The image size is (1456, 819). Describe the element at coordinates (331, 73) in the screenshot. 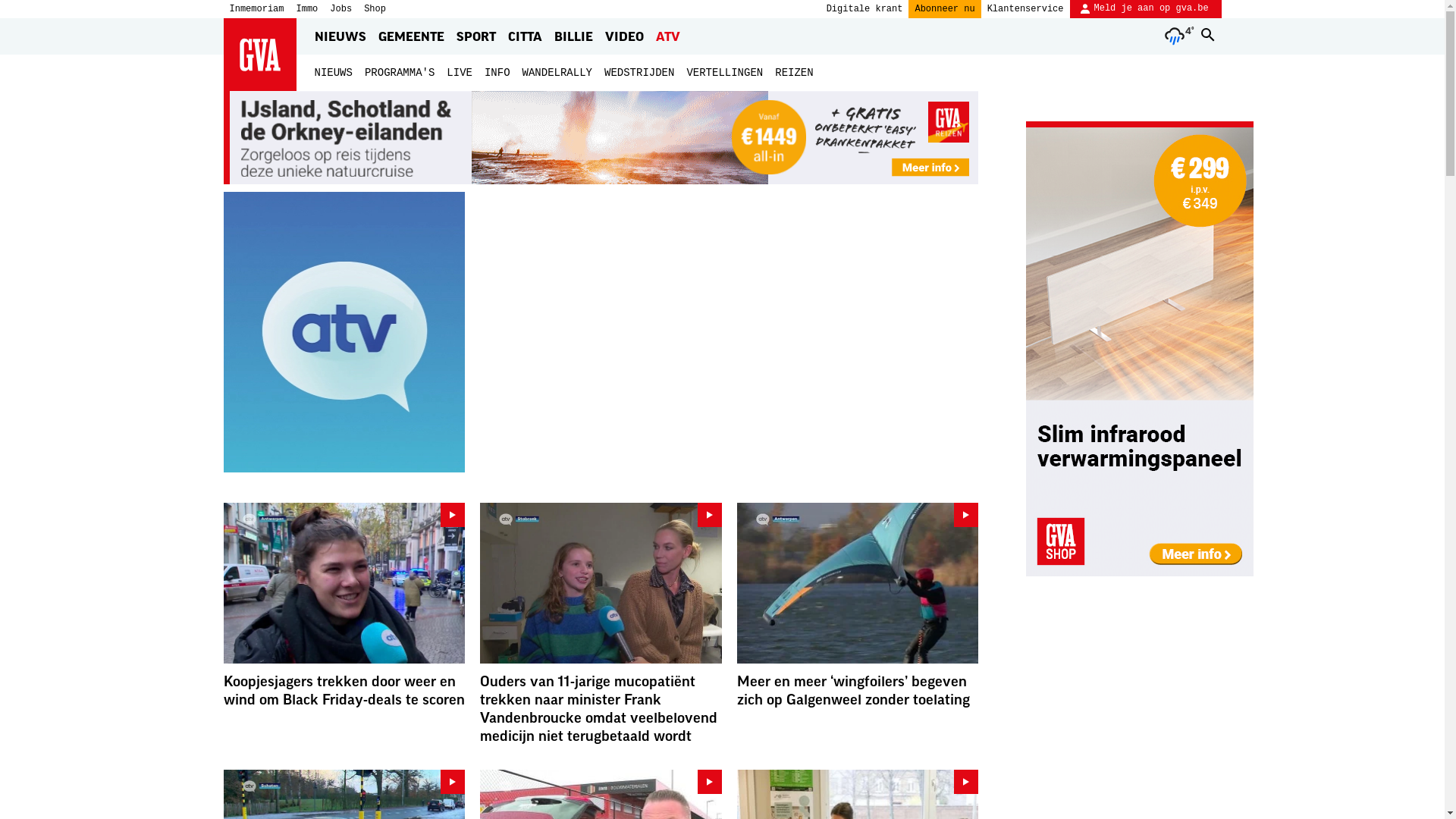

I see `'NIEUWS'` at that location.